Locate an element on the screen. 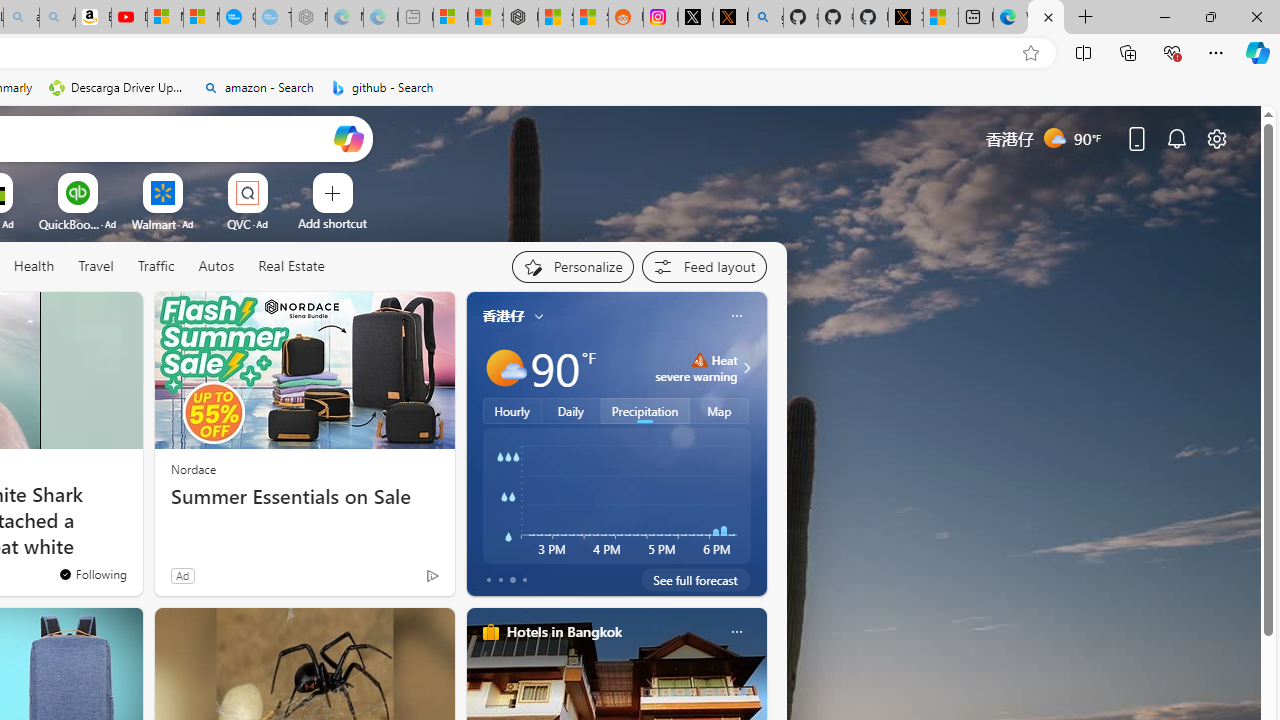 Image resolution: width=1280 pixels, height=720 pixels. 'tab-1' is located at coordinates (500, 579).